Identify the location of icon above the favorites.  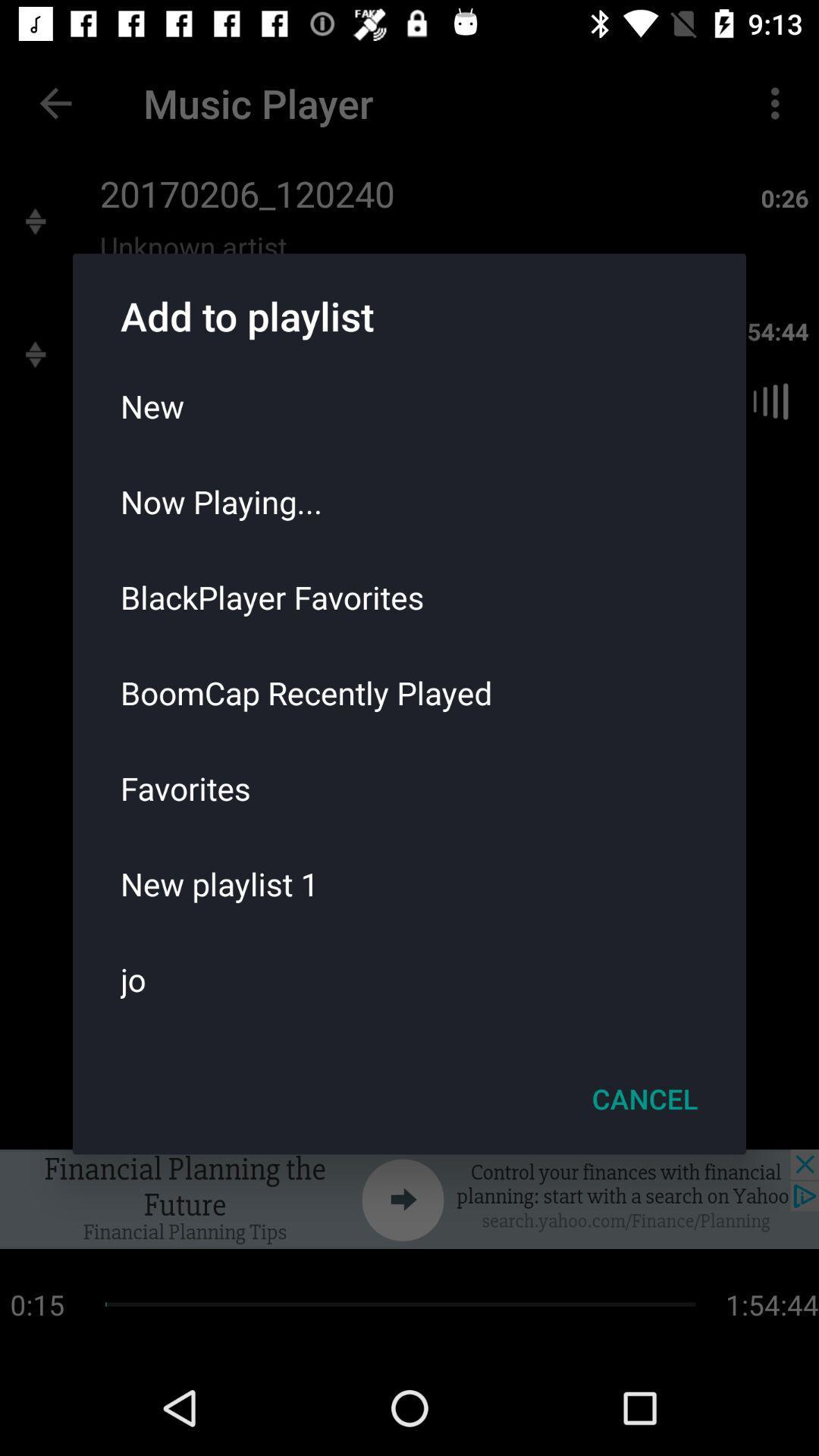
(409, 692).